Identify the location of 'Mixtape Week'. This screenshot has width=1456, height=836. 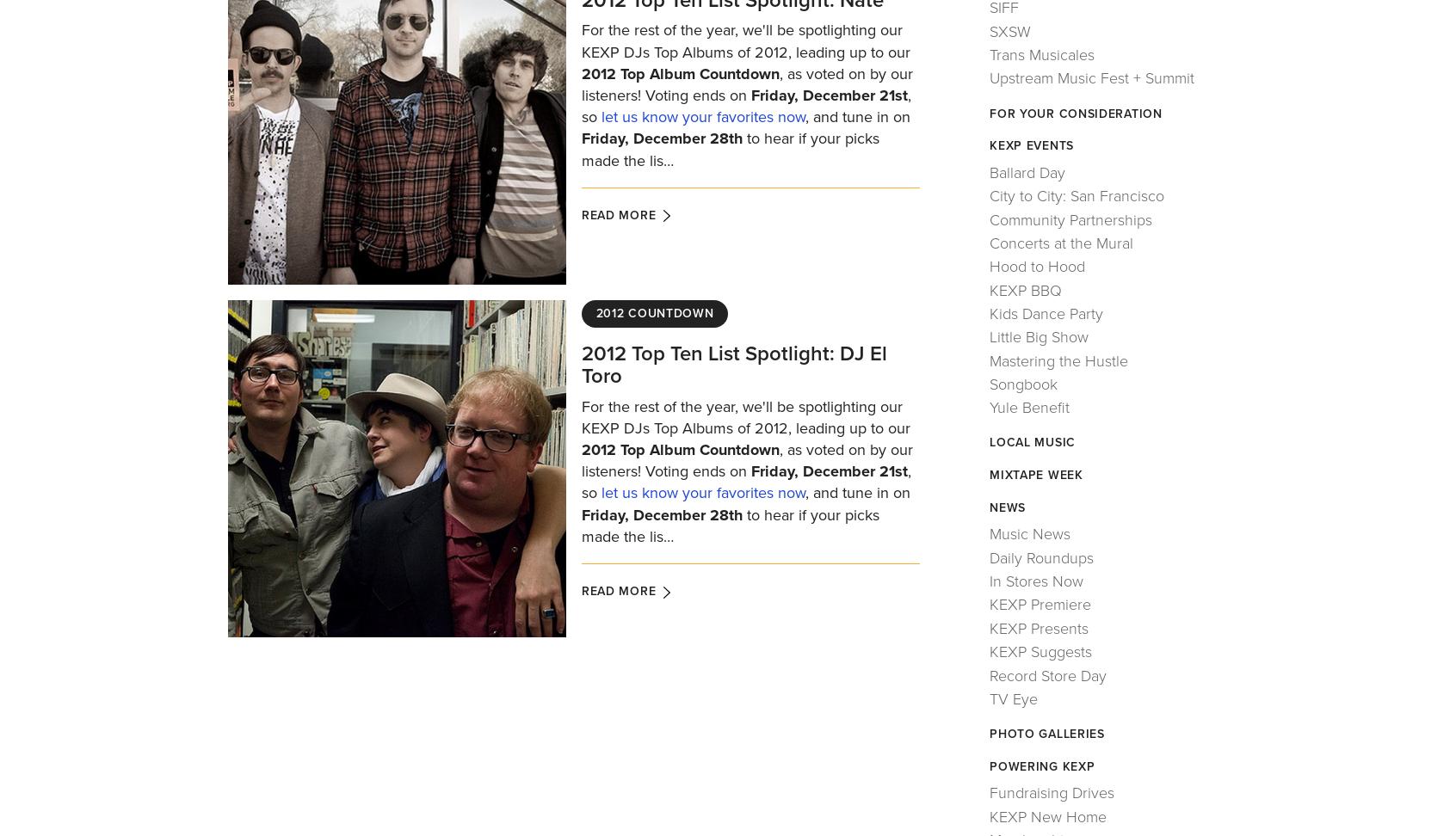
(1036, 474).